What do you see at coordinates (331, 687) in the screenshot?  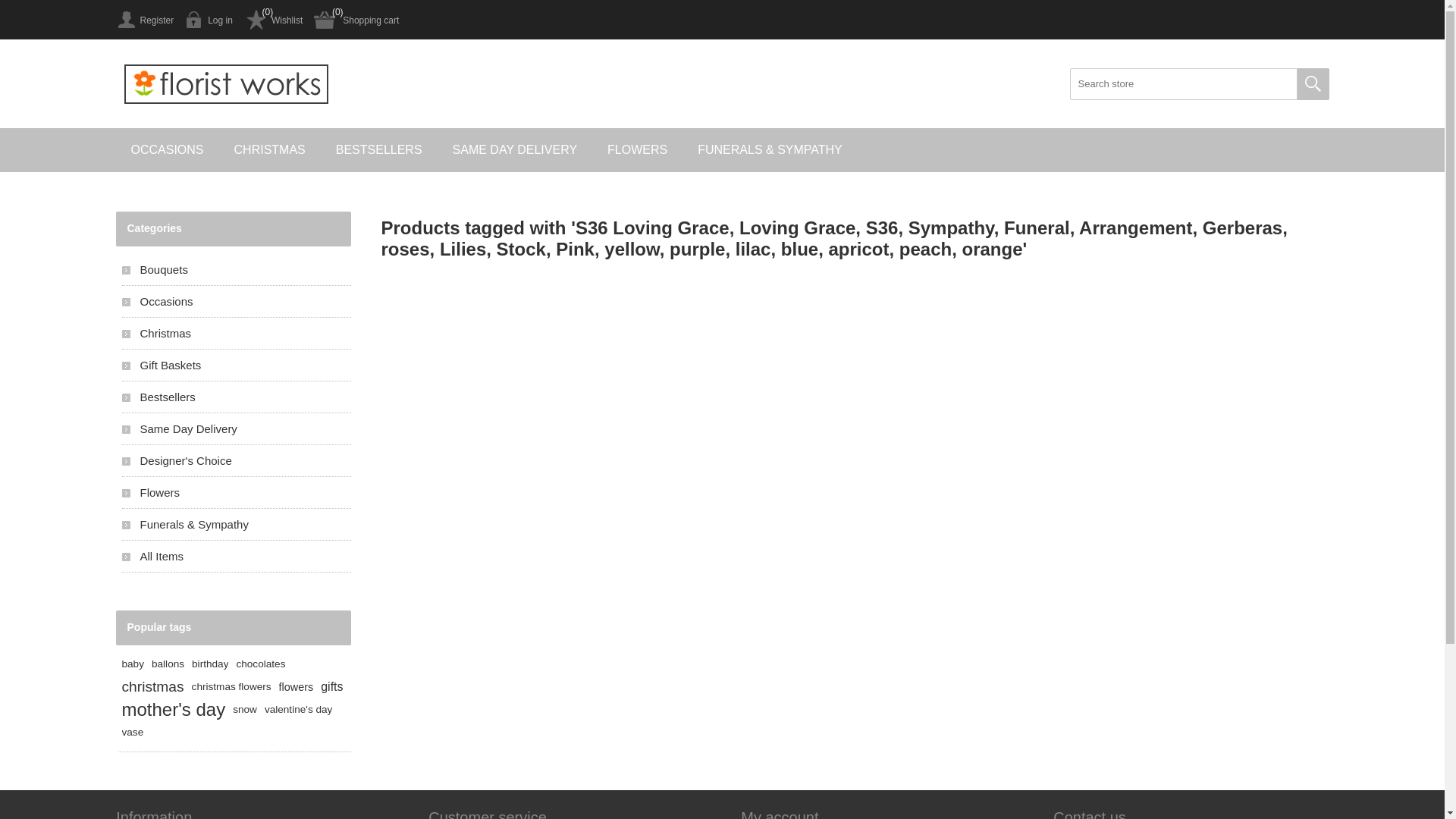 I see `'gifts'` at bounding box center [331, 687].